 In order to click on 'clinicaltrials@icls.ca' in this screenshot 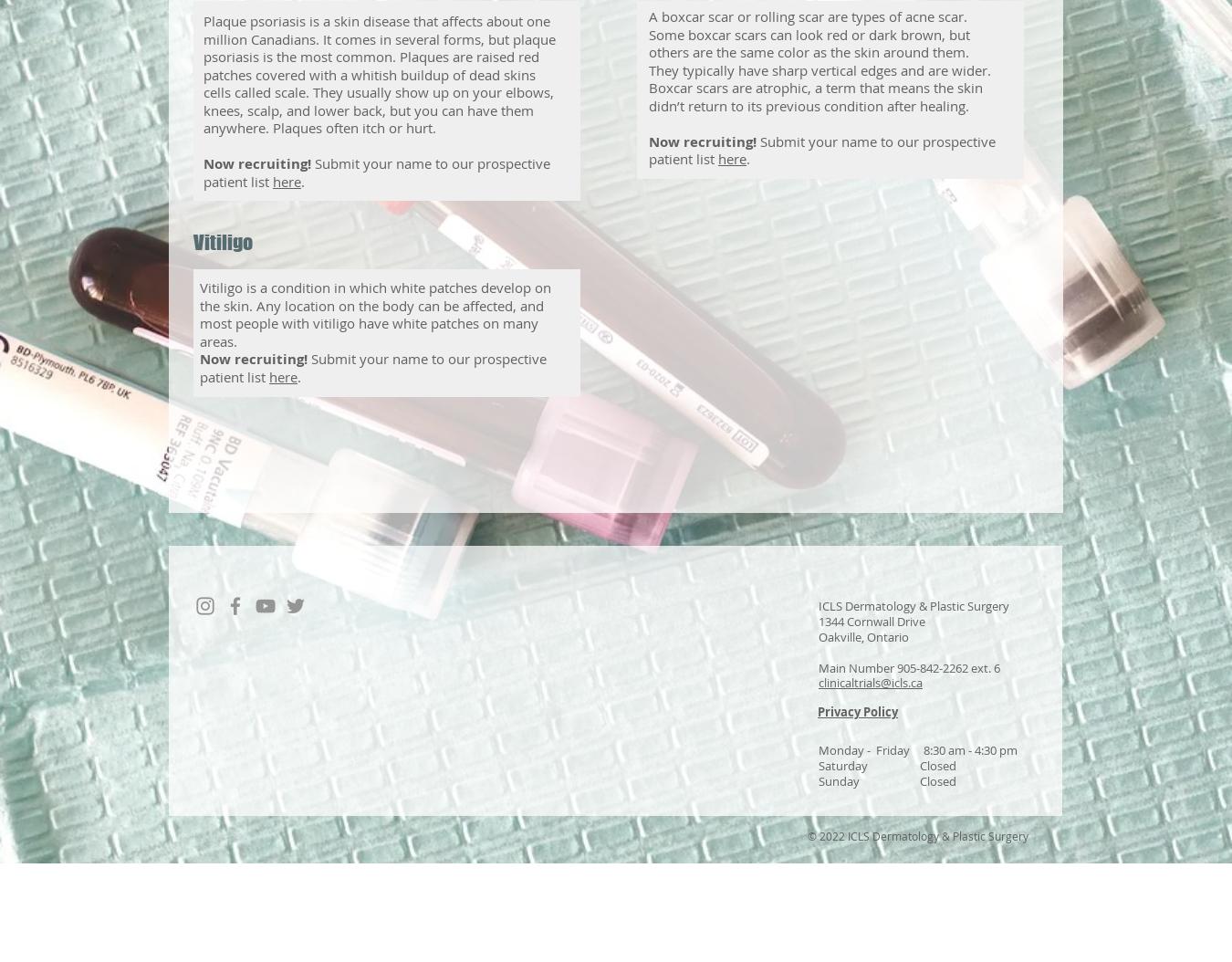, I will do `click(870, 683)`.